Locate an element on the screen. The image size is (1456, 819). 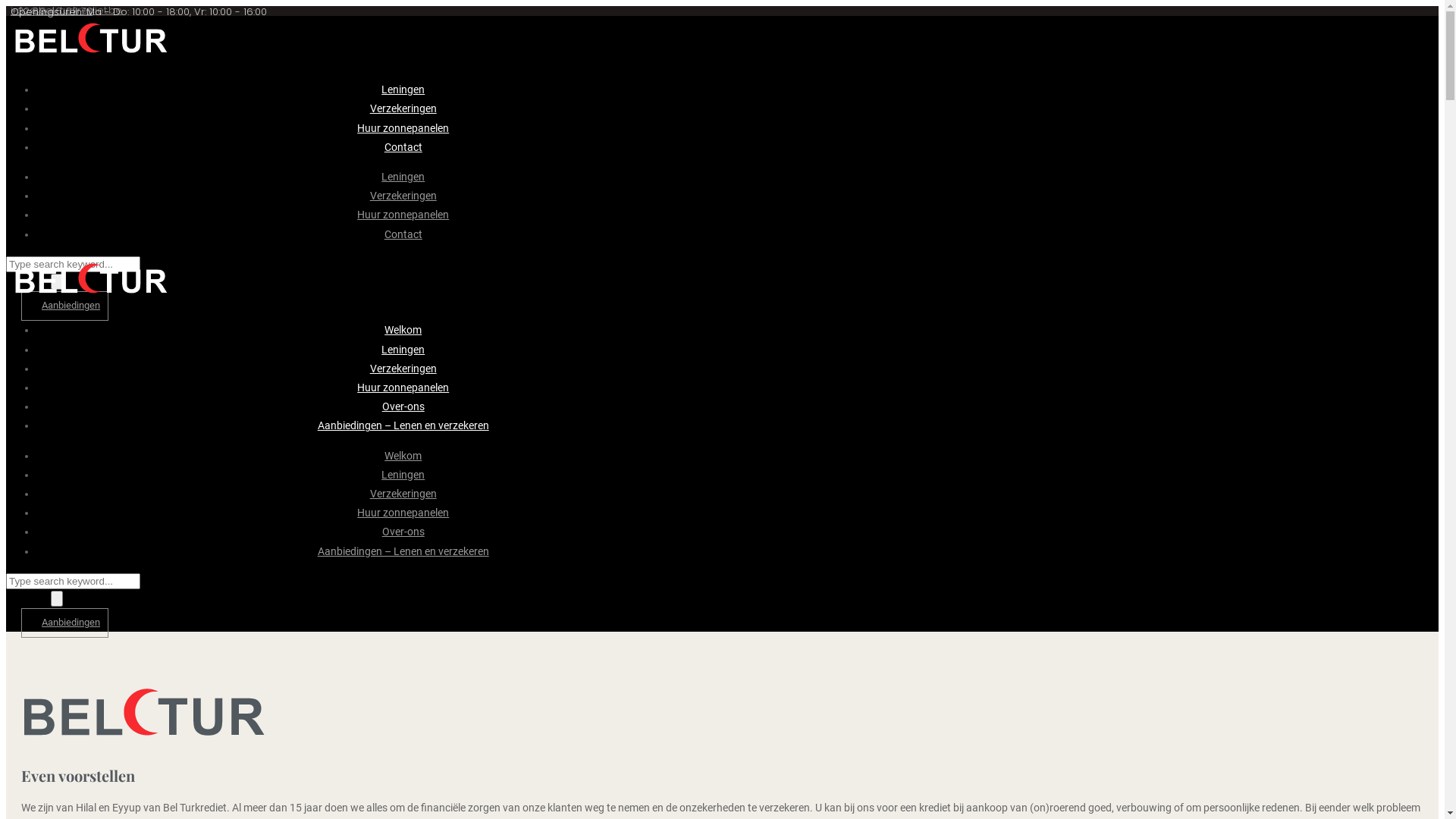
'Welkom' is located at coordinates (384, 455).